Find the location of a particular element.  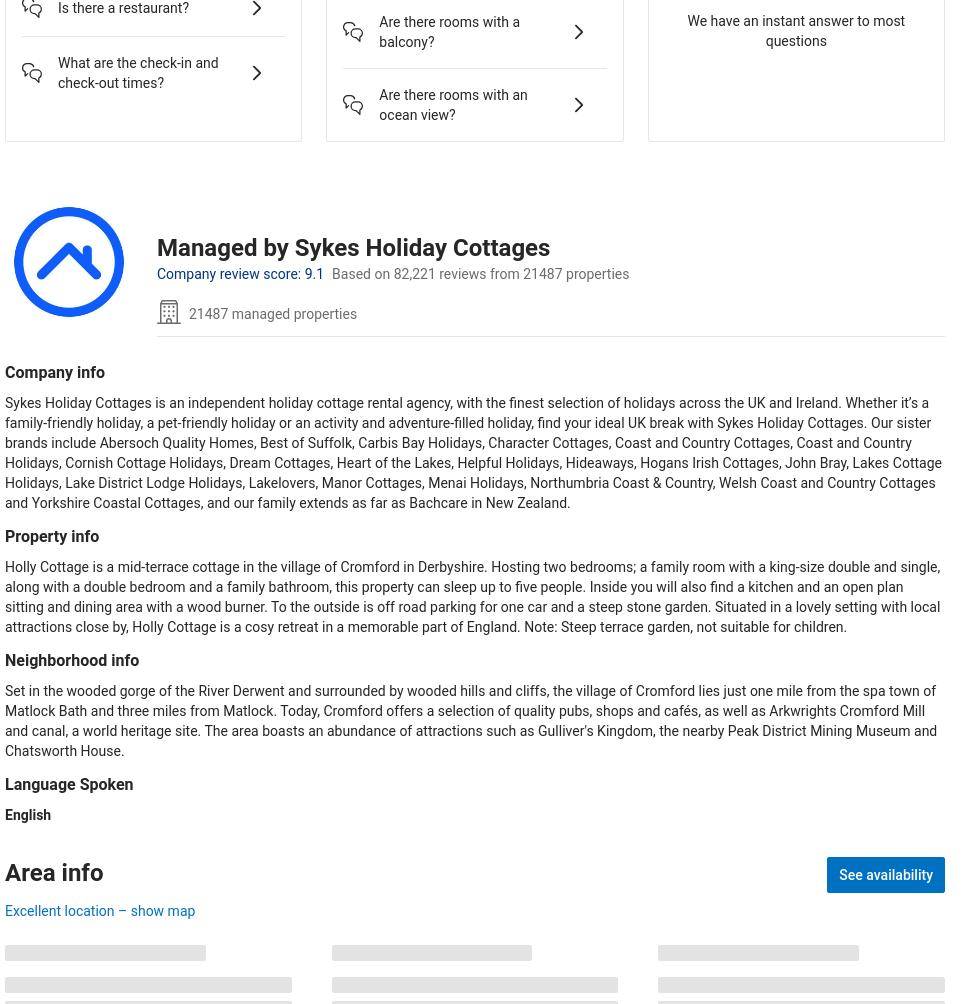

'Language Spoken' is located at coordinates (67, 783).